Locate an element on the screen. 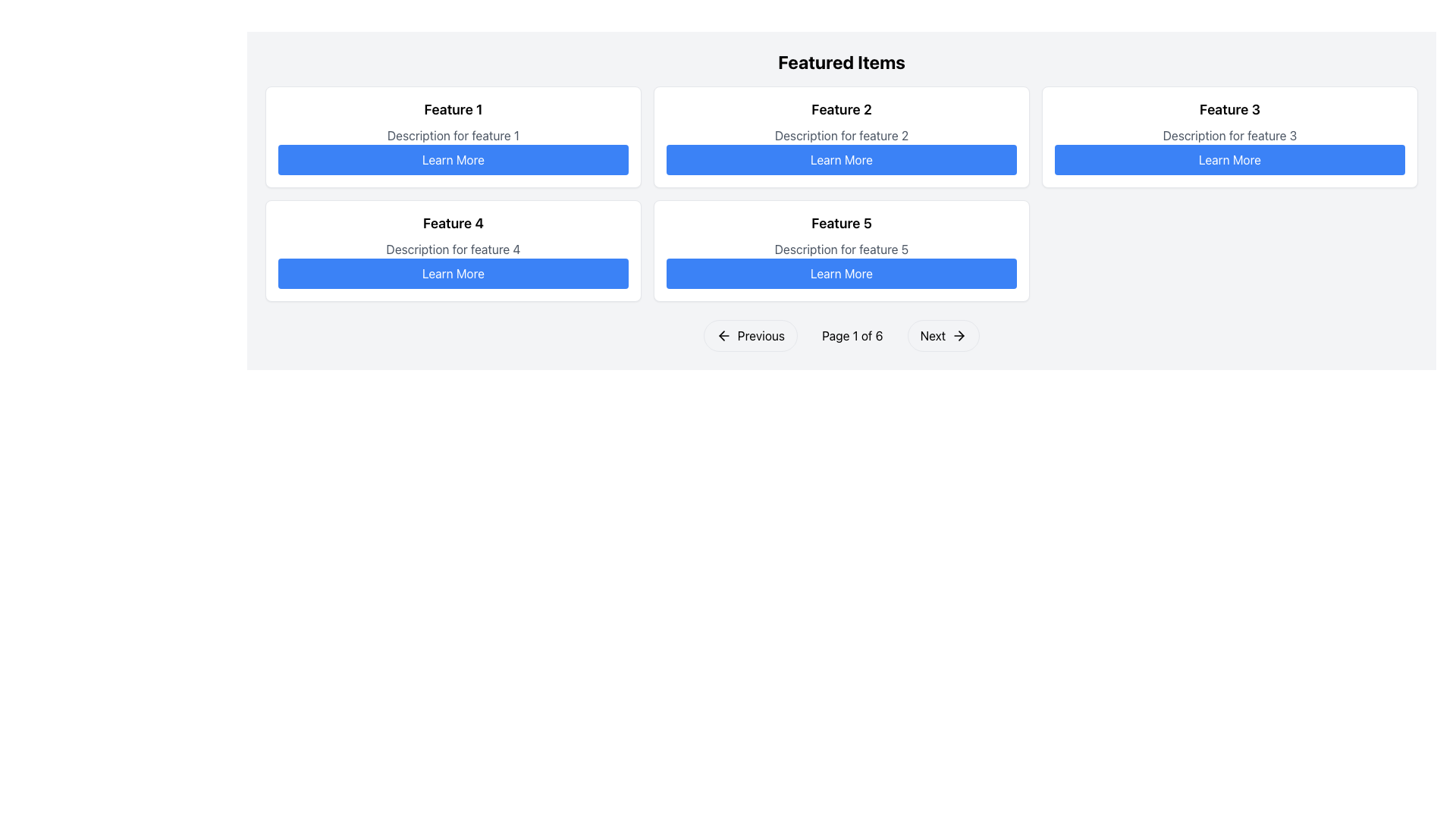 The width and height of the screenshot is (1456, 819). the 'Next' button that contains a right-pointing SVG arrow icon to trigger navigation actions is located at coordinates (959, 335).